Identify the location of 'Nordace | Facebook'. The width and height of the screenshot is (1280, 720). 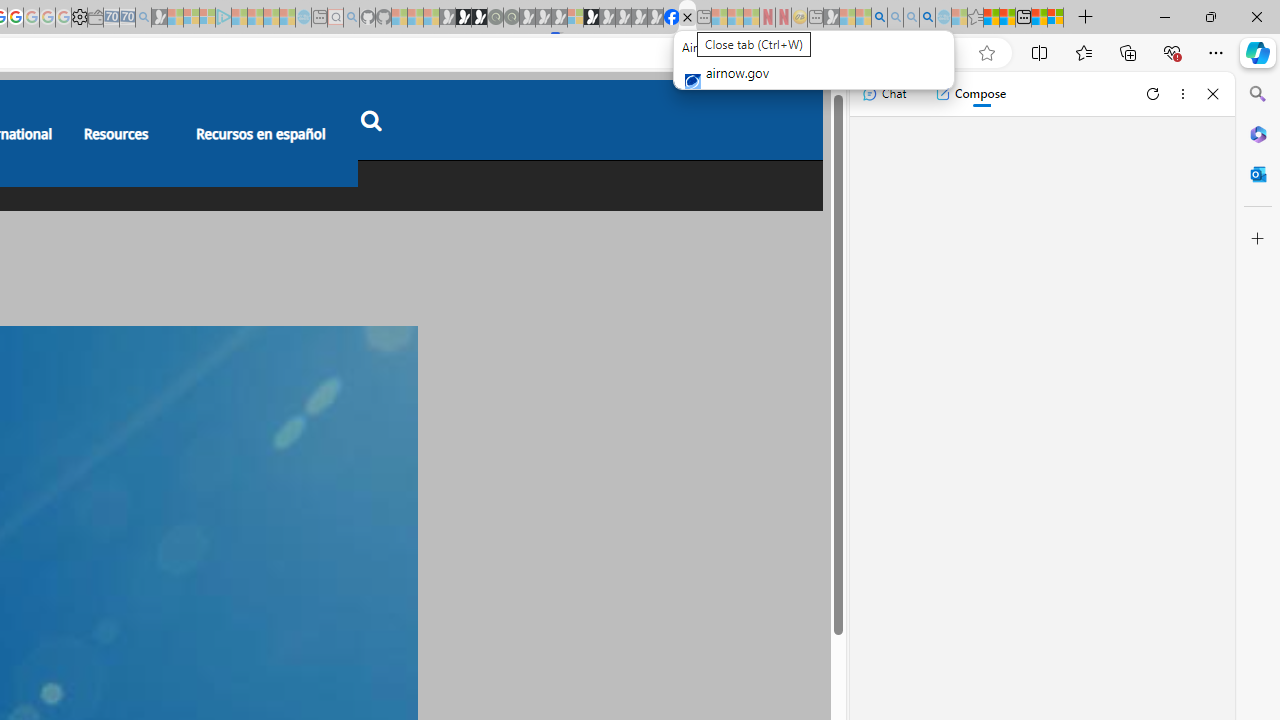
(672, 17).